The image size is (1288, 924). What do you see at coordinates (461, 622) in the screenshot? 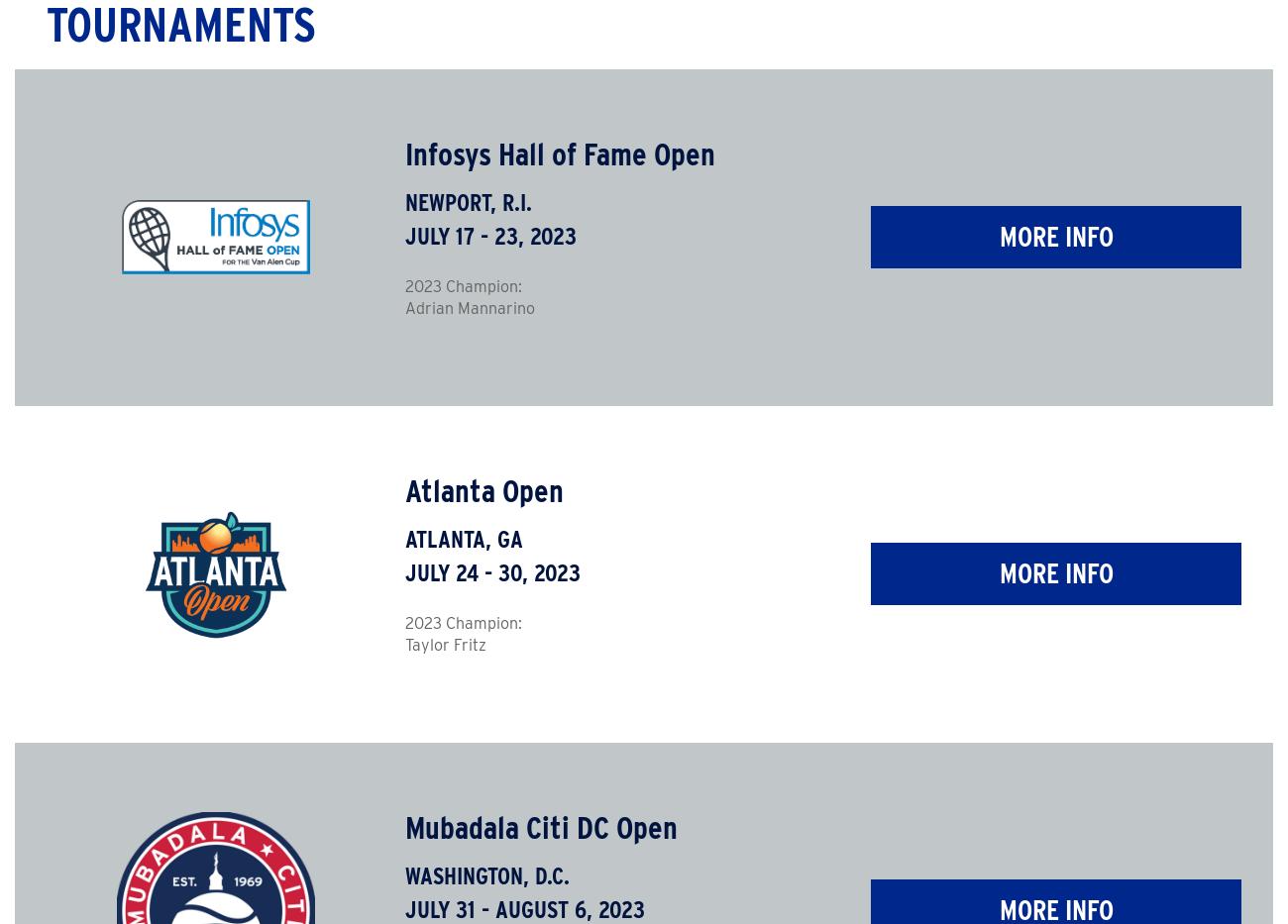
I see `'2023 Champion:'` at bounding box center [461, 622].